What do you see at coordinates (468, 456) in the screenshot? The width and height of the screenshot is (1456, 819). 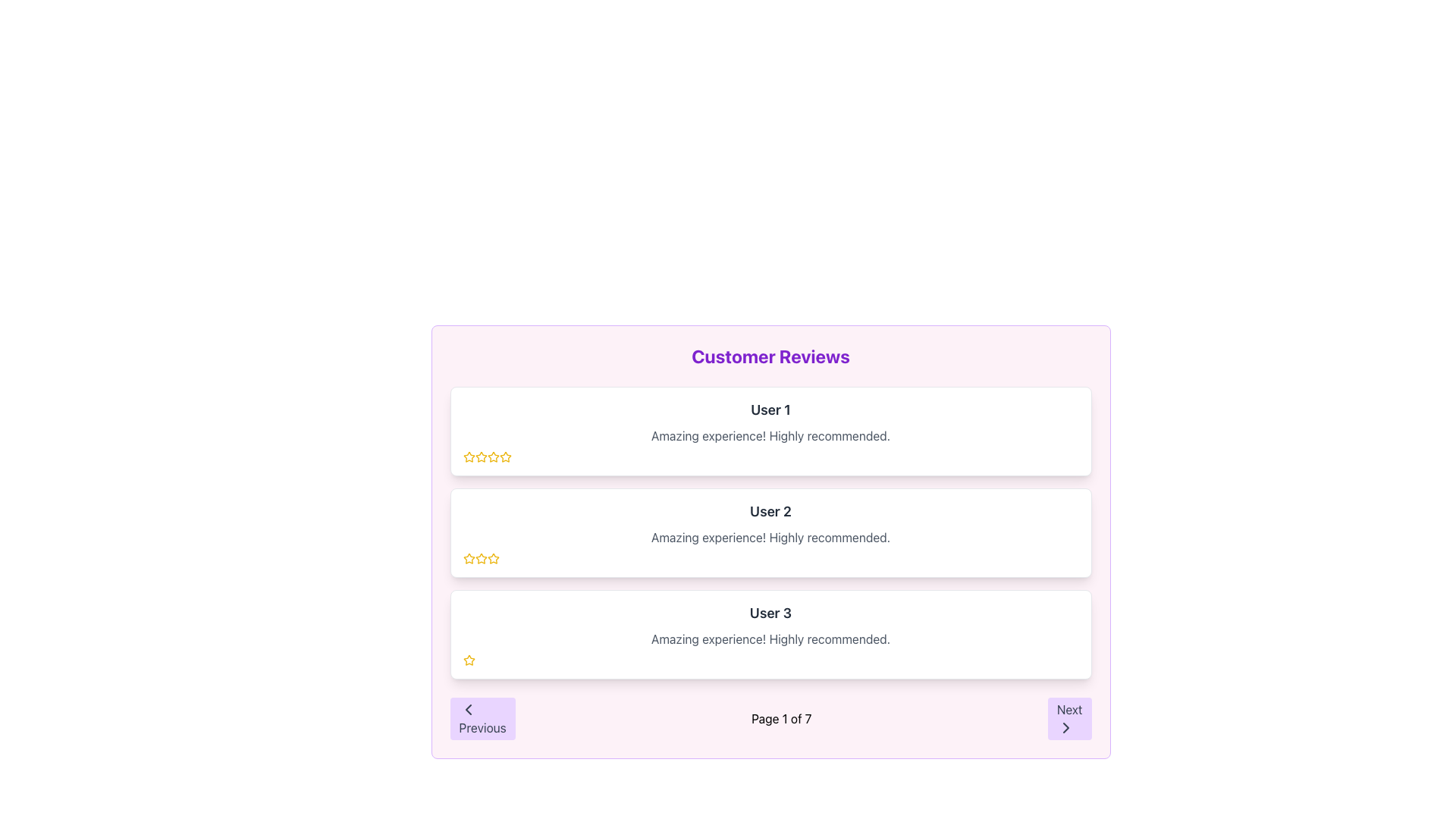 I see `the first hollow yellow outlined star icon in the rating bar of the first review section` at bounding box center [468, 456].